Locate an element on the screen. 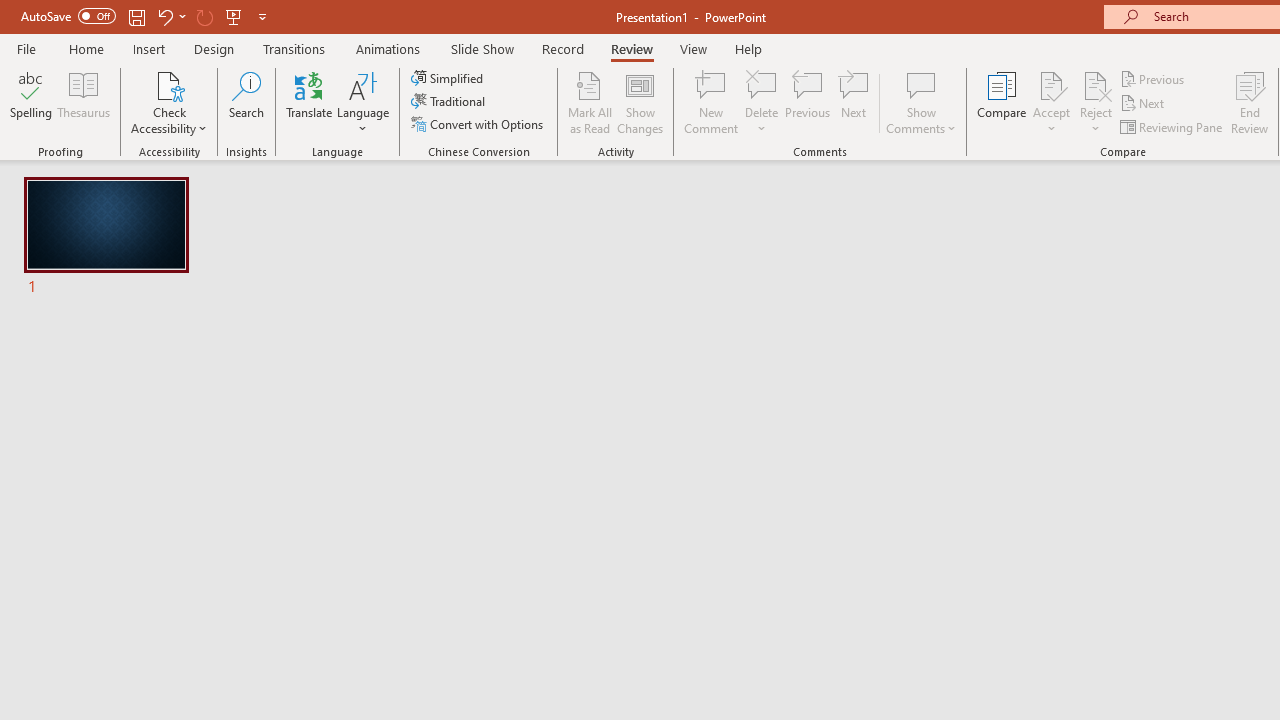  'Thesaurus...' is located at coordinates (82, 103).